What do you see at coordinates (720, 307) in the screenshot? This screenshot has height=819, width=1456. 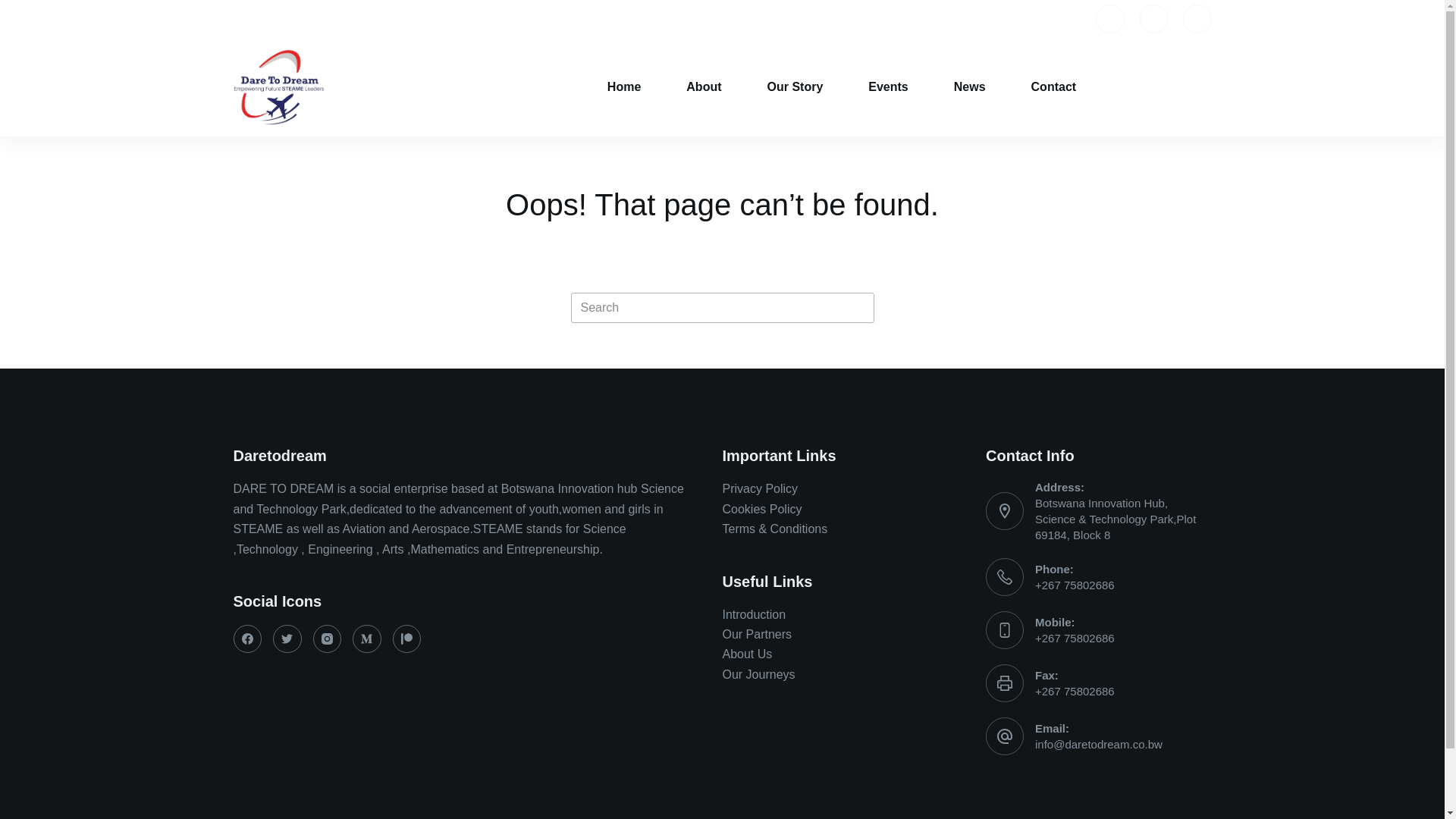 I see `'Search for...'` at bounding box center [720, 307].